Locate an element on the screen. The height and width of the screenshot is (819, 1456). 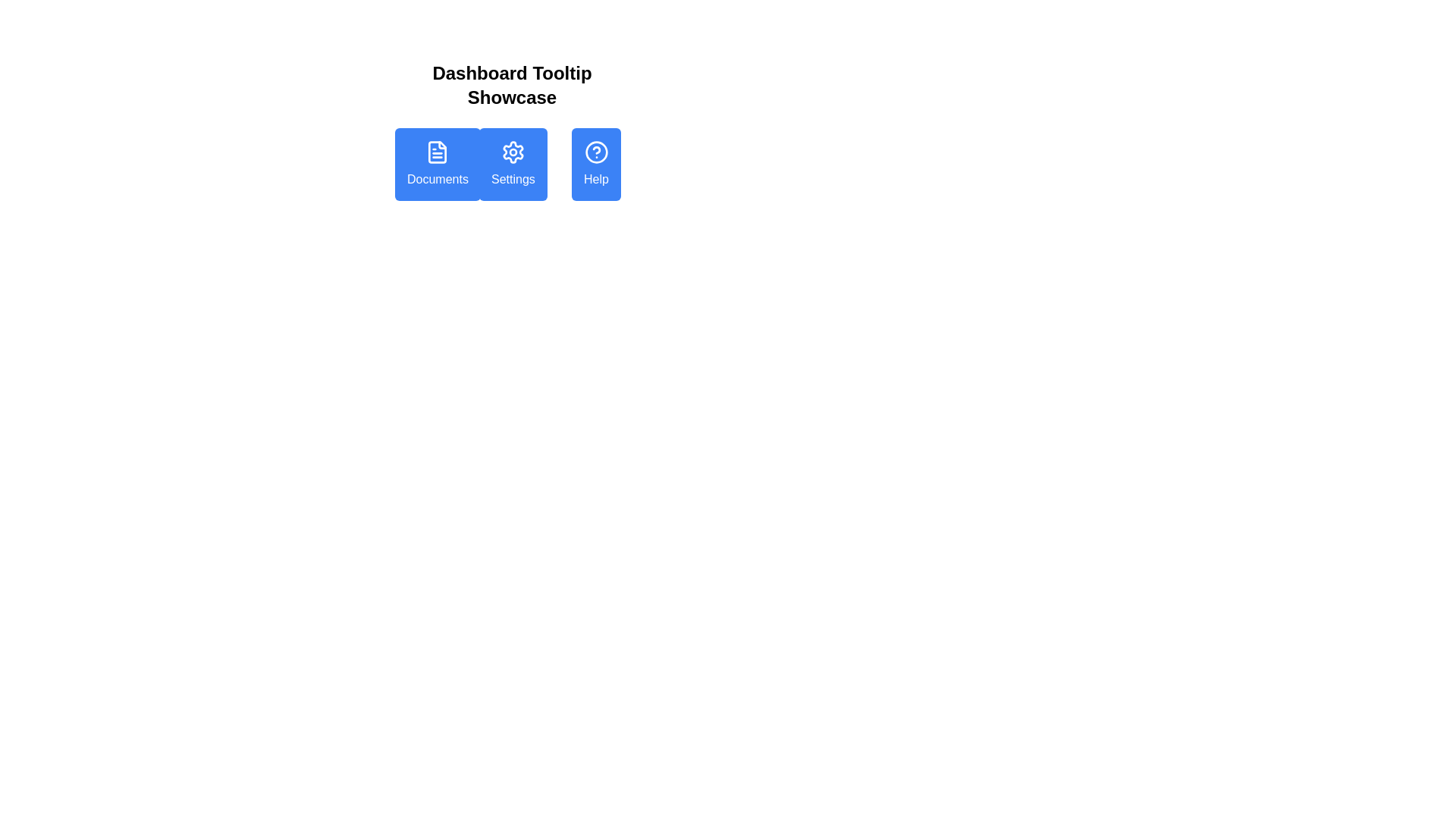
the 'Settings' button with a blue background and a gear icon is located at coordinates (512, 164).